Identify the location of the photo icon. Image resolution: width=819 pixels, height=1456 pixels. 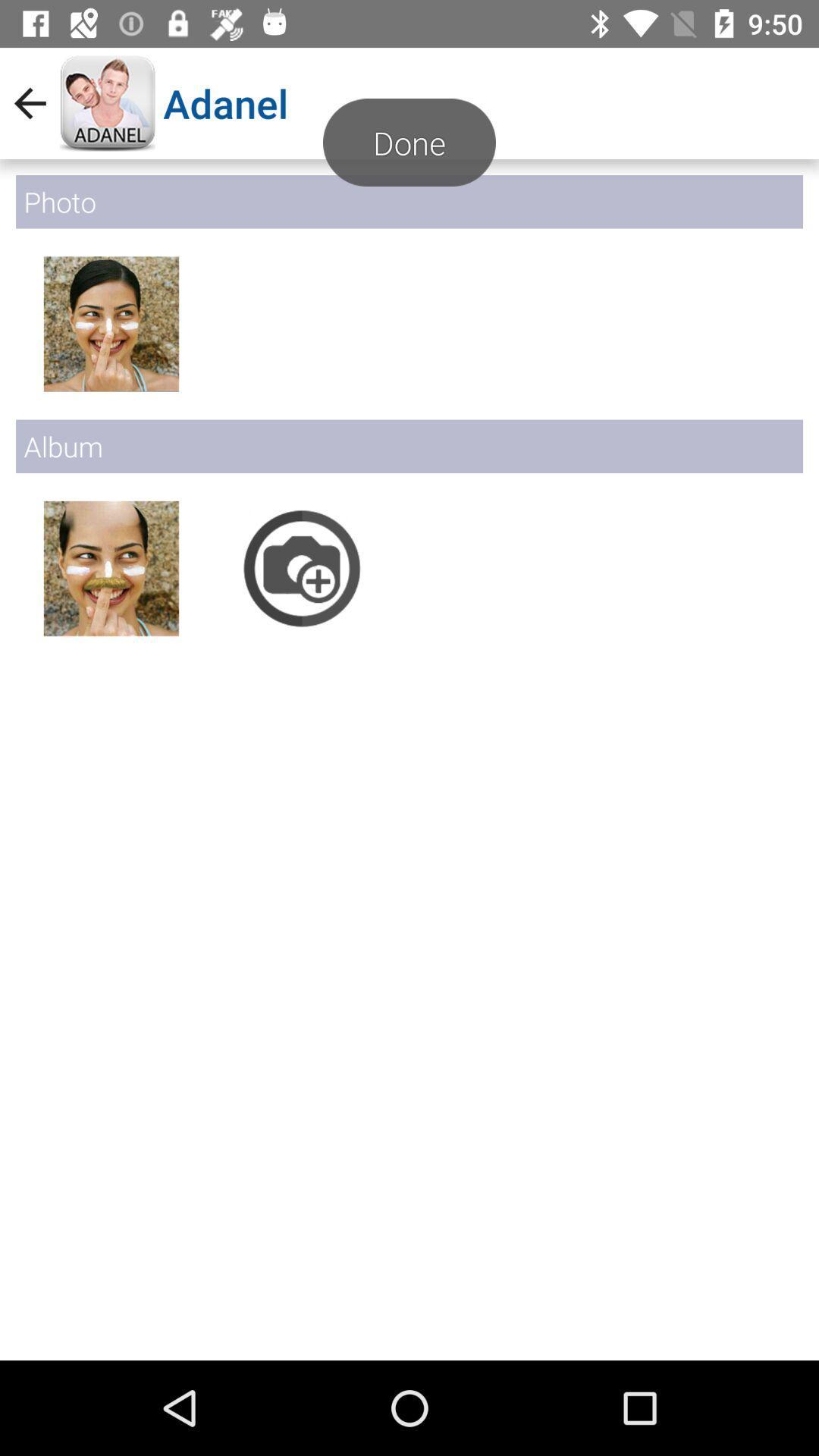
(302, 567).